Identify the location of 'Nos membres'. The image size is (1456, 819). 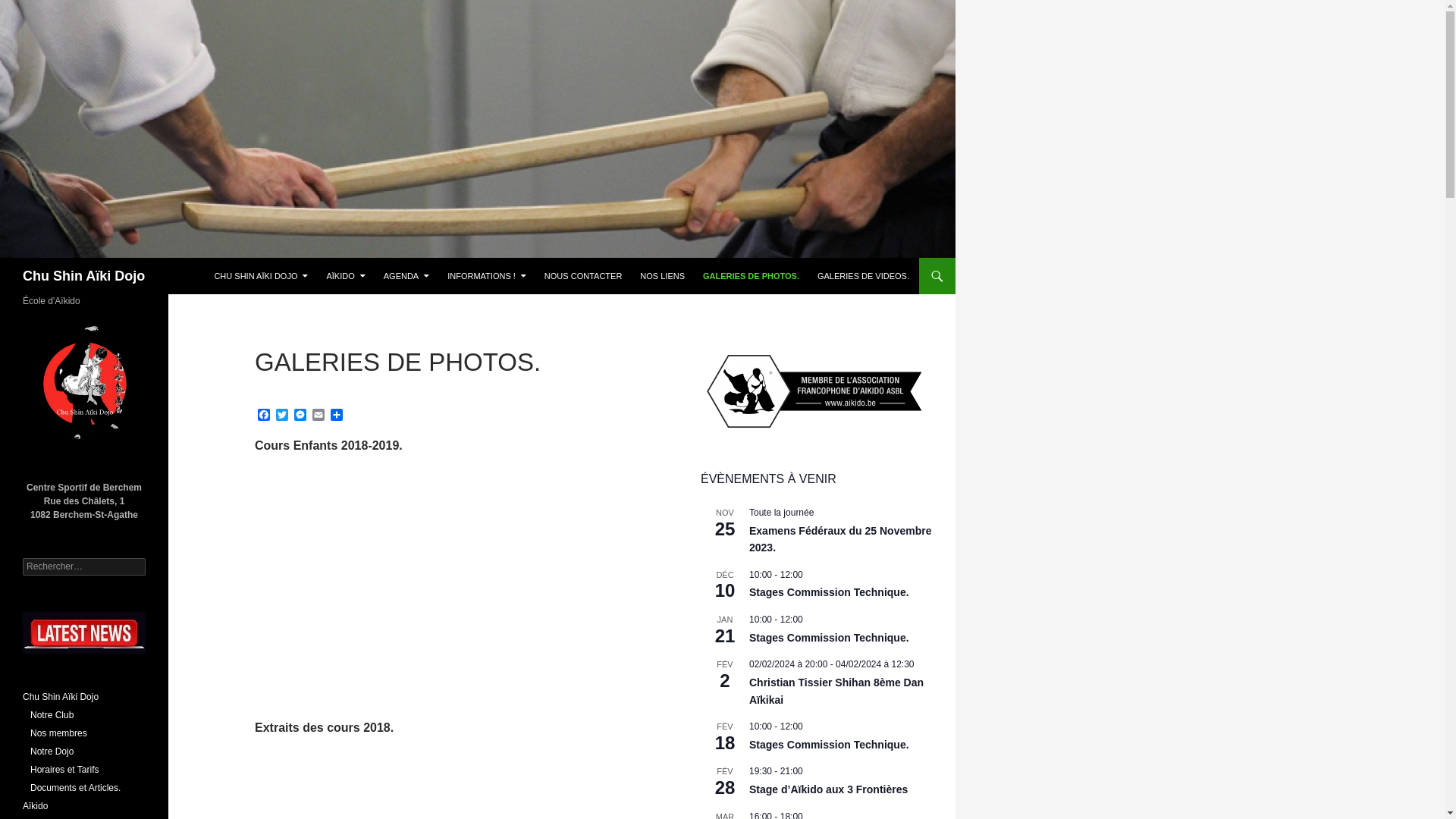
(58, 733).